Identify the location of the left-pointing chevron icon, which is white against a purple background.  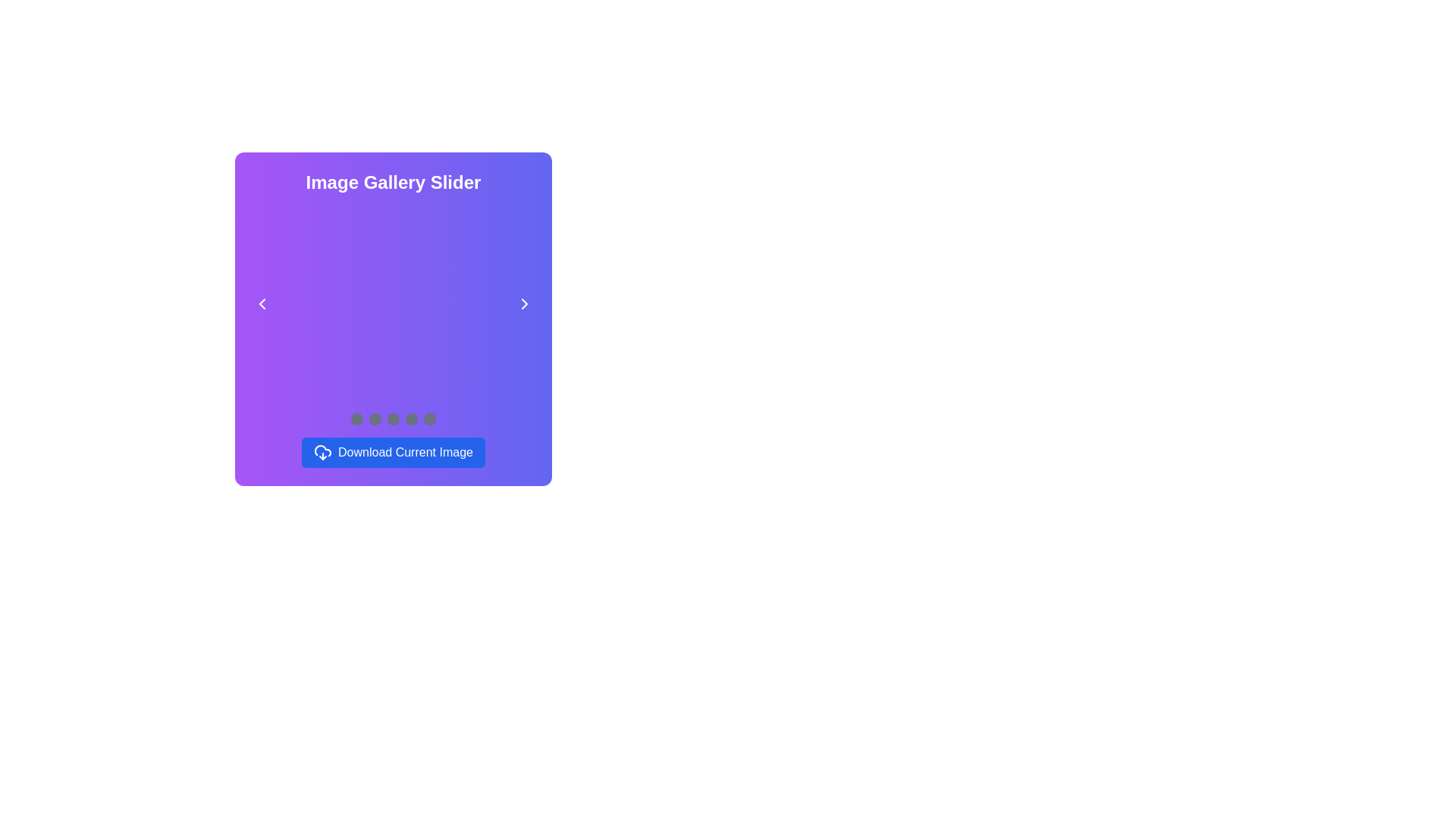
(262, 304).